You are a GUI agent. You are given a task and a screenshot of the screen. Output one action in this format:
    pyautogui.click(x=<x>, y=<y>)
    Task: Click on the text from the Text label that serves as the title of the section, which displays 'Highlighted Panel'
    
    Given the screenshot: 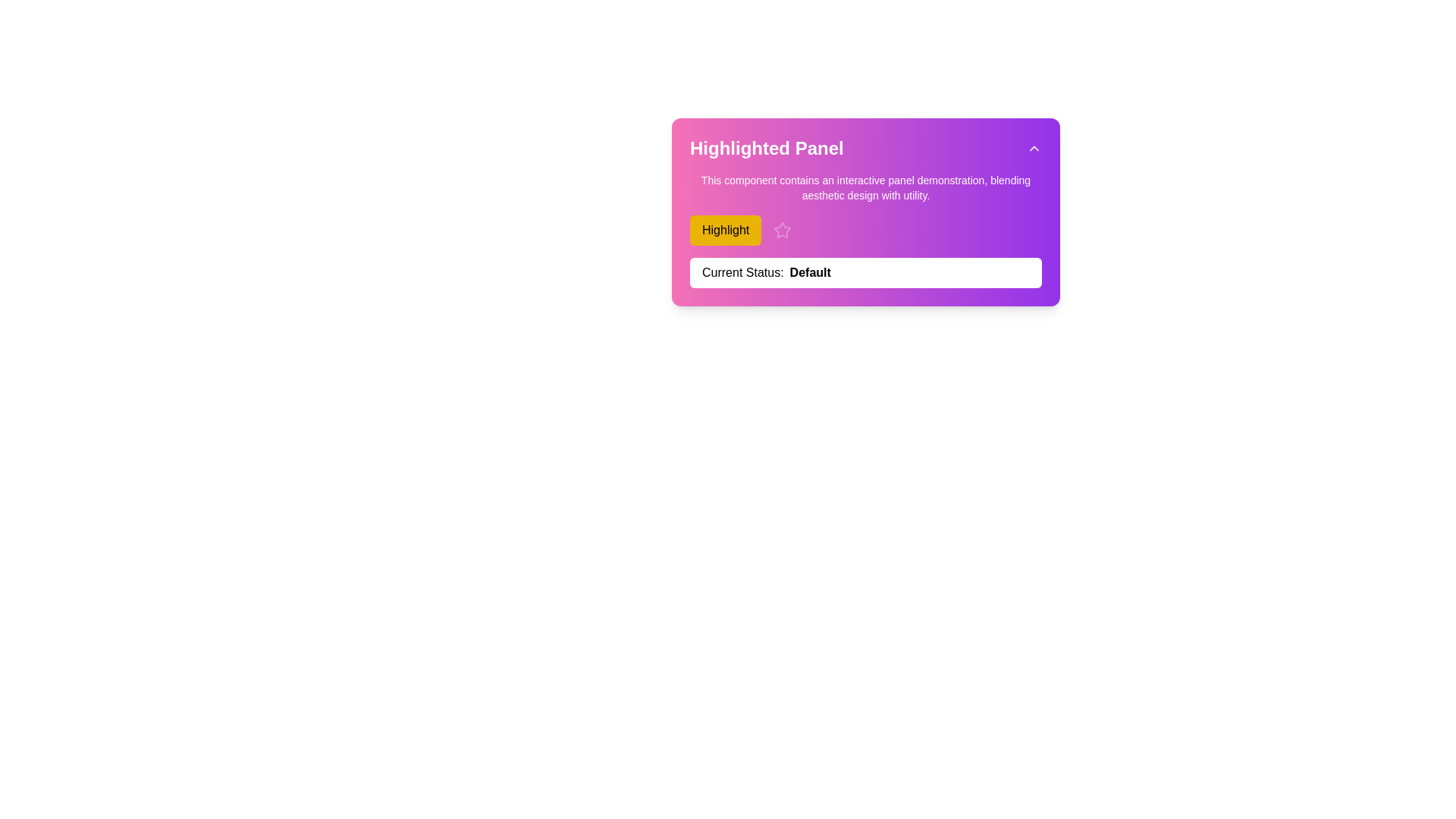 What is the action you would take?
    pyautogui.click(x=767, y=149)
    